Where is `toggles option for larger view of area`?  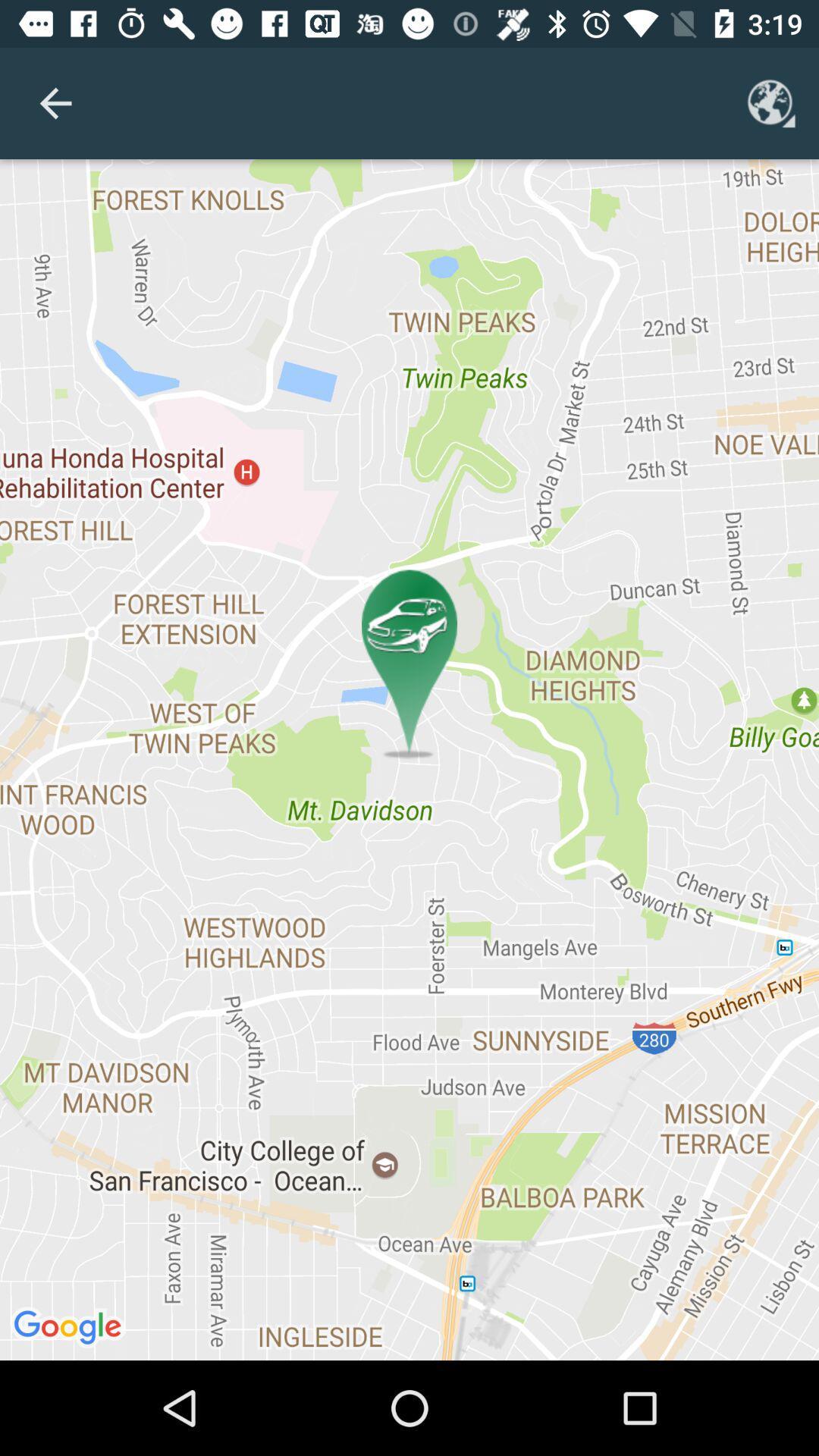 toggles option for larger view of area is located at coordinates (771, 102).